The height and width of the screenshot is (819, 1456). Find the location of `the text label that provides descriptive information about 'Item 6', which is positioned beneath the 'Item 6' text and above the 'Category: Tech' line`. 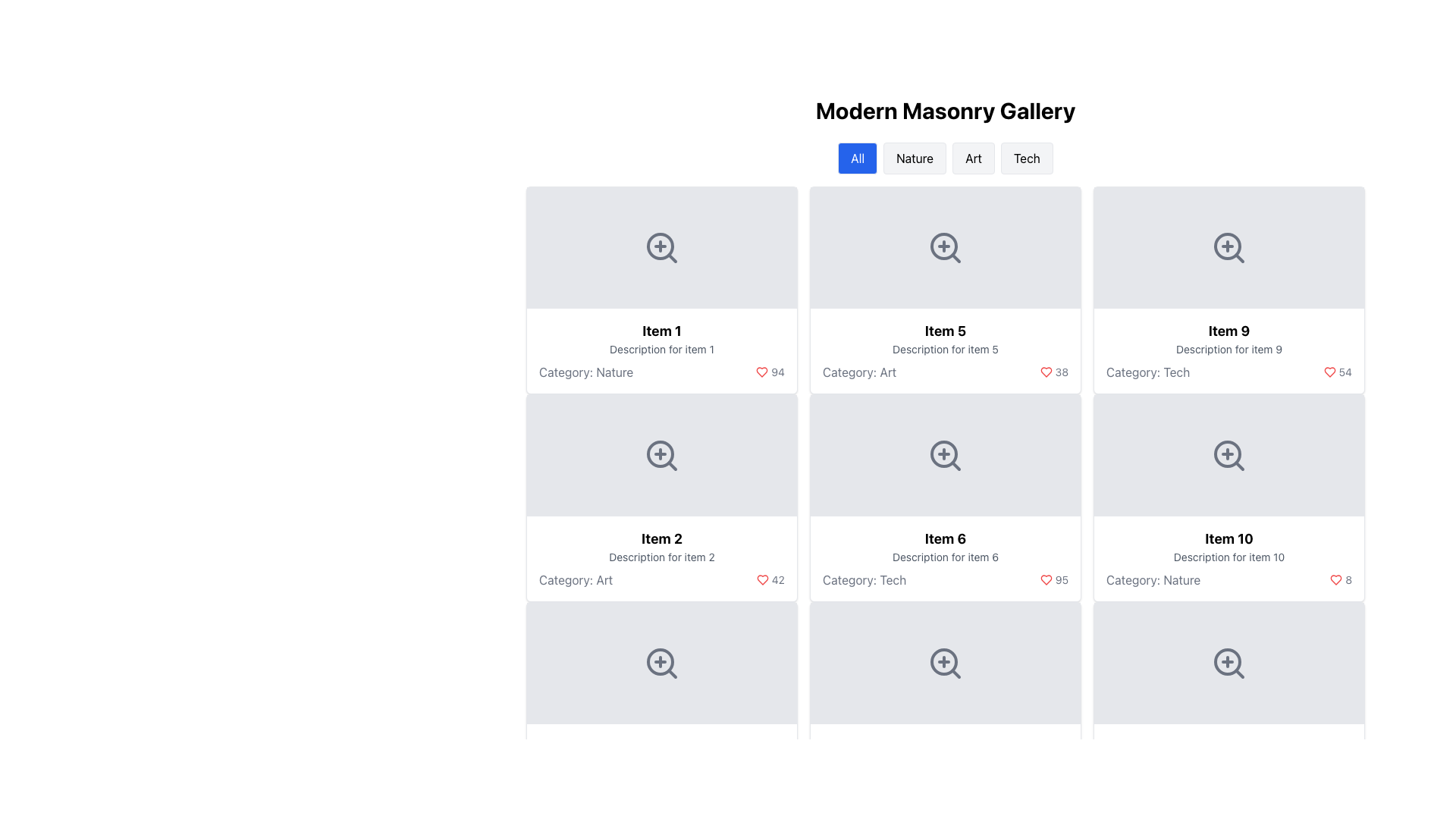

the text label that provides descriptive information about 'Item 6', which is positioned beneath the 'Item 6' text and above the 'Category: Tech' line is located at coordinates (945, 557).